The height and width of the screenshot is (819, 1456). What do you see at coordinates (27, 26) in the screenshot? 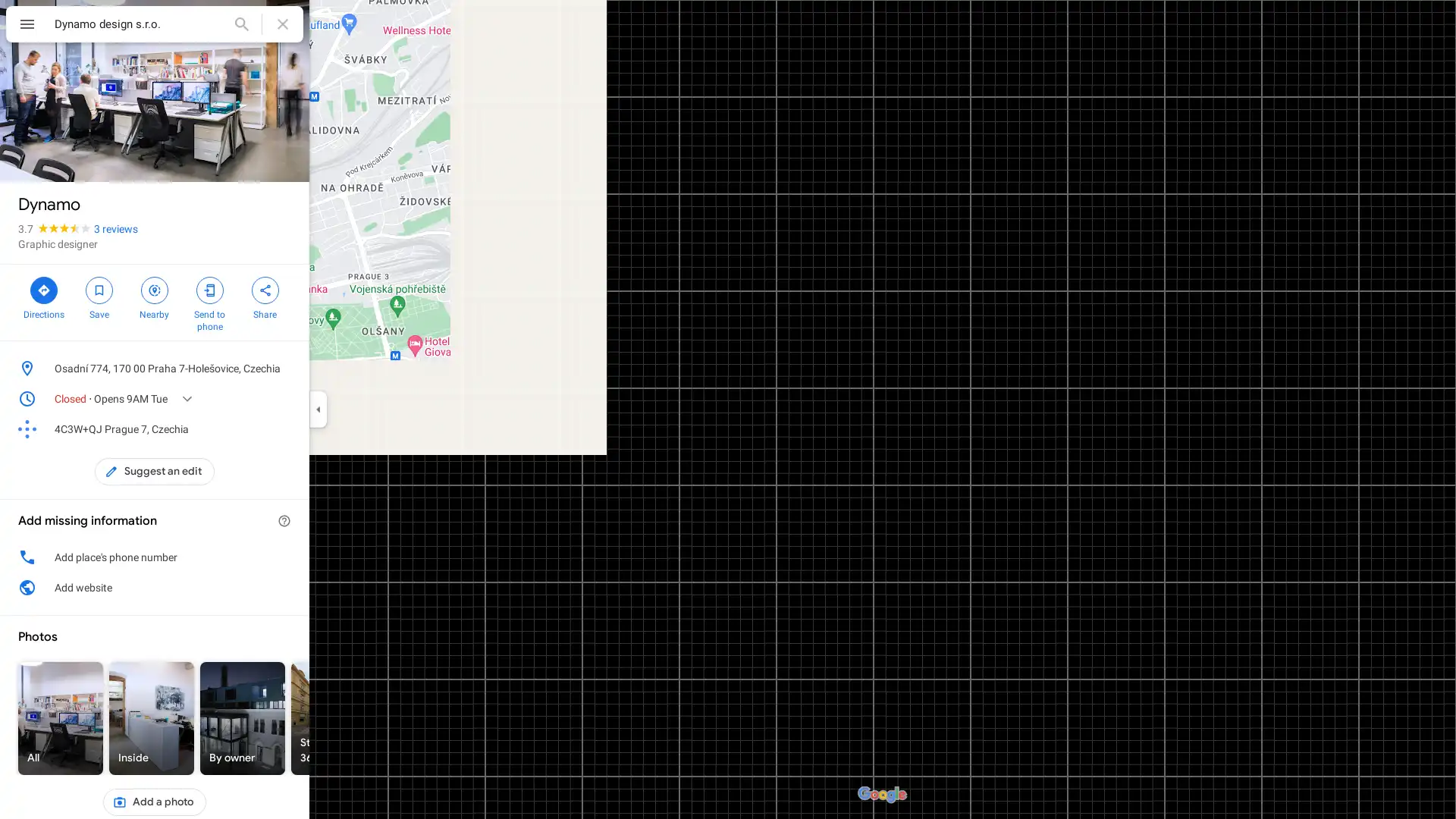
I see `Menu` at bounding box center [27, 26].